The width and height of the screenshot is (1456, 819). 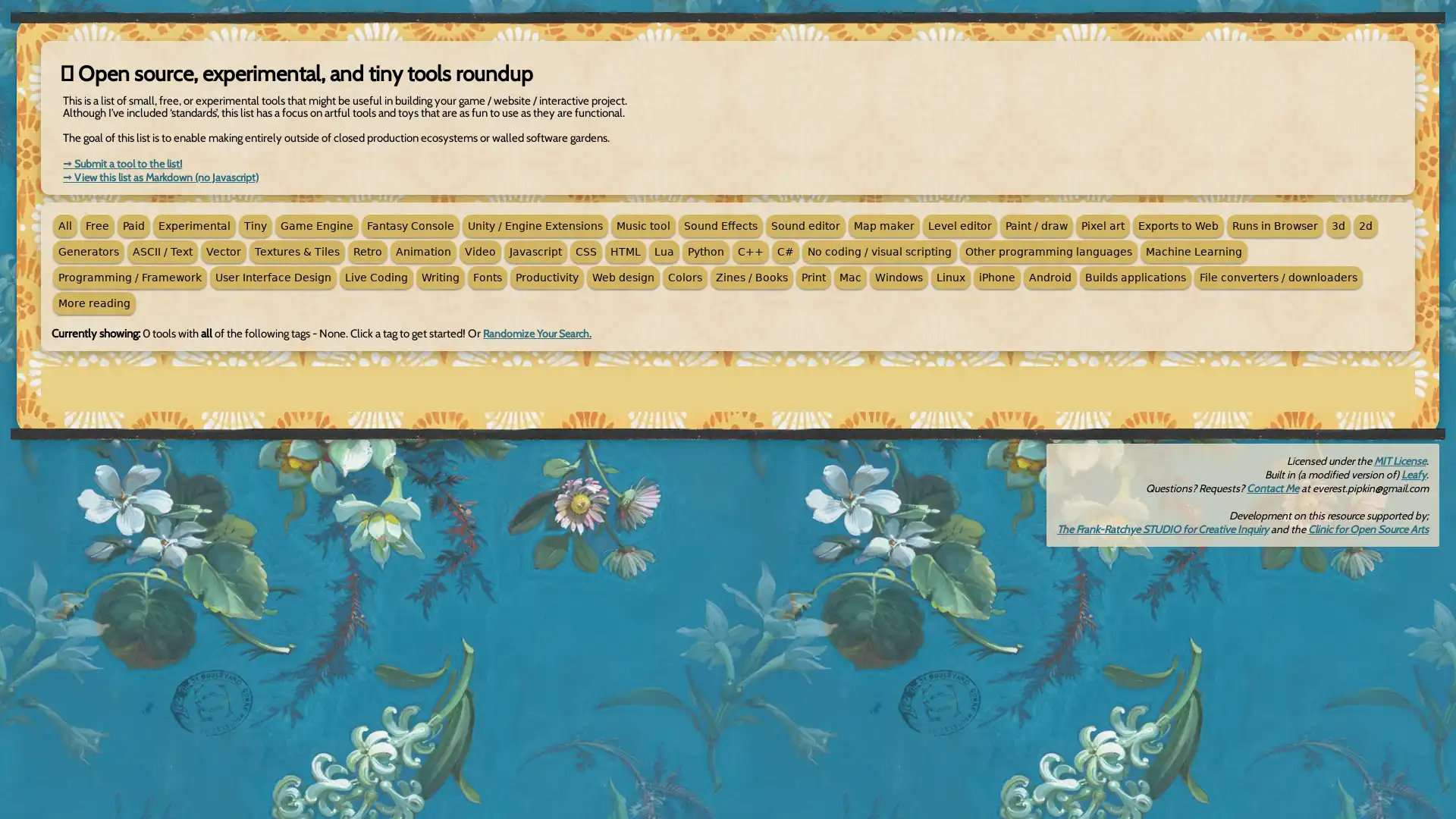 What do you see at coordinates (1047, 250) in the screenshot?
I see `Other programming languages` at bounding box center [1047, 250].